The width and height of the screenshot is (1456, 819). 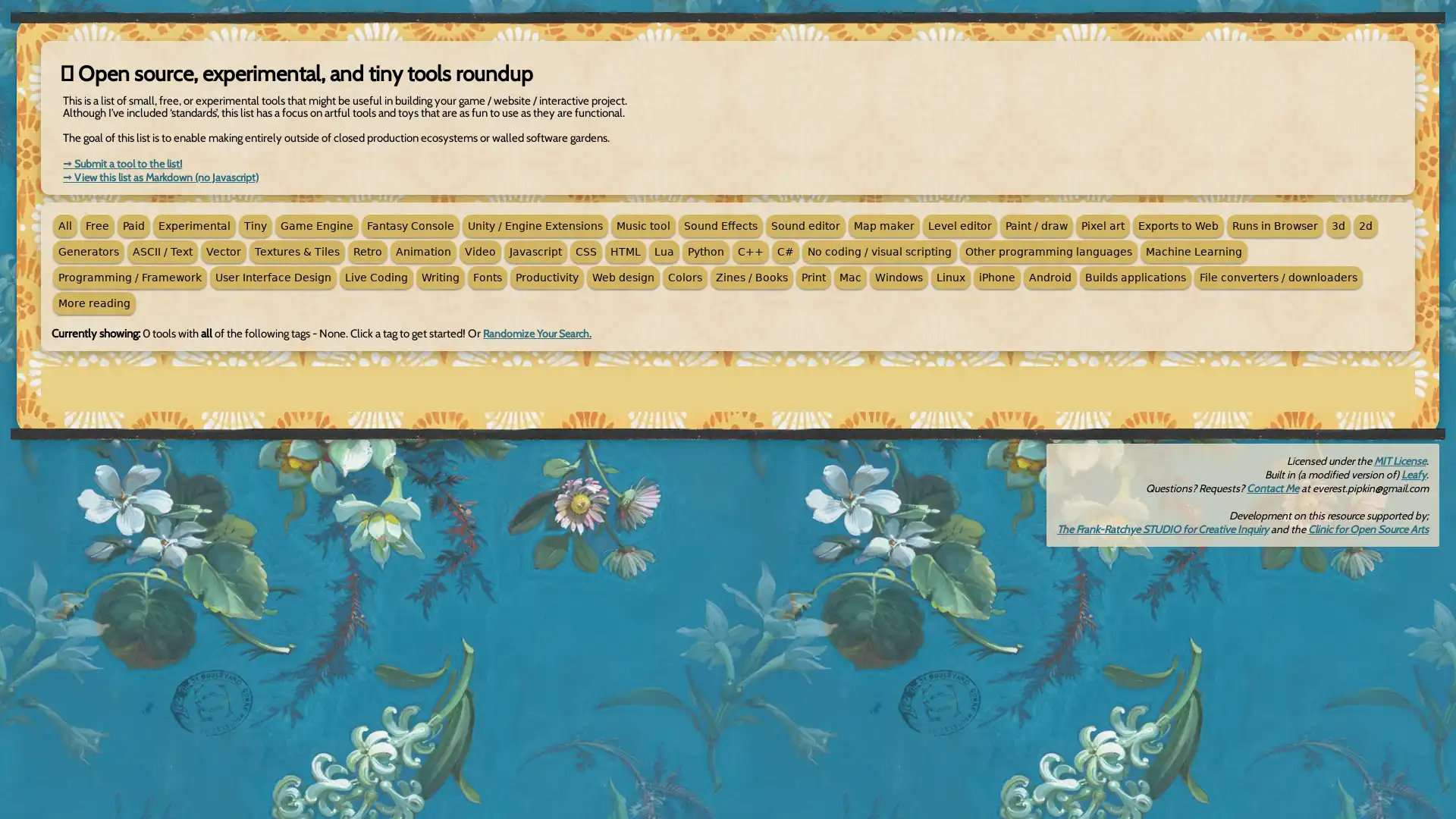 What do you see at coordinates (1047, 250) in the screenshot?
I see `Other programming languages` at bounding box center [1047, 250].